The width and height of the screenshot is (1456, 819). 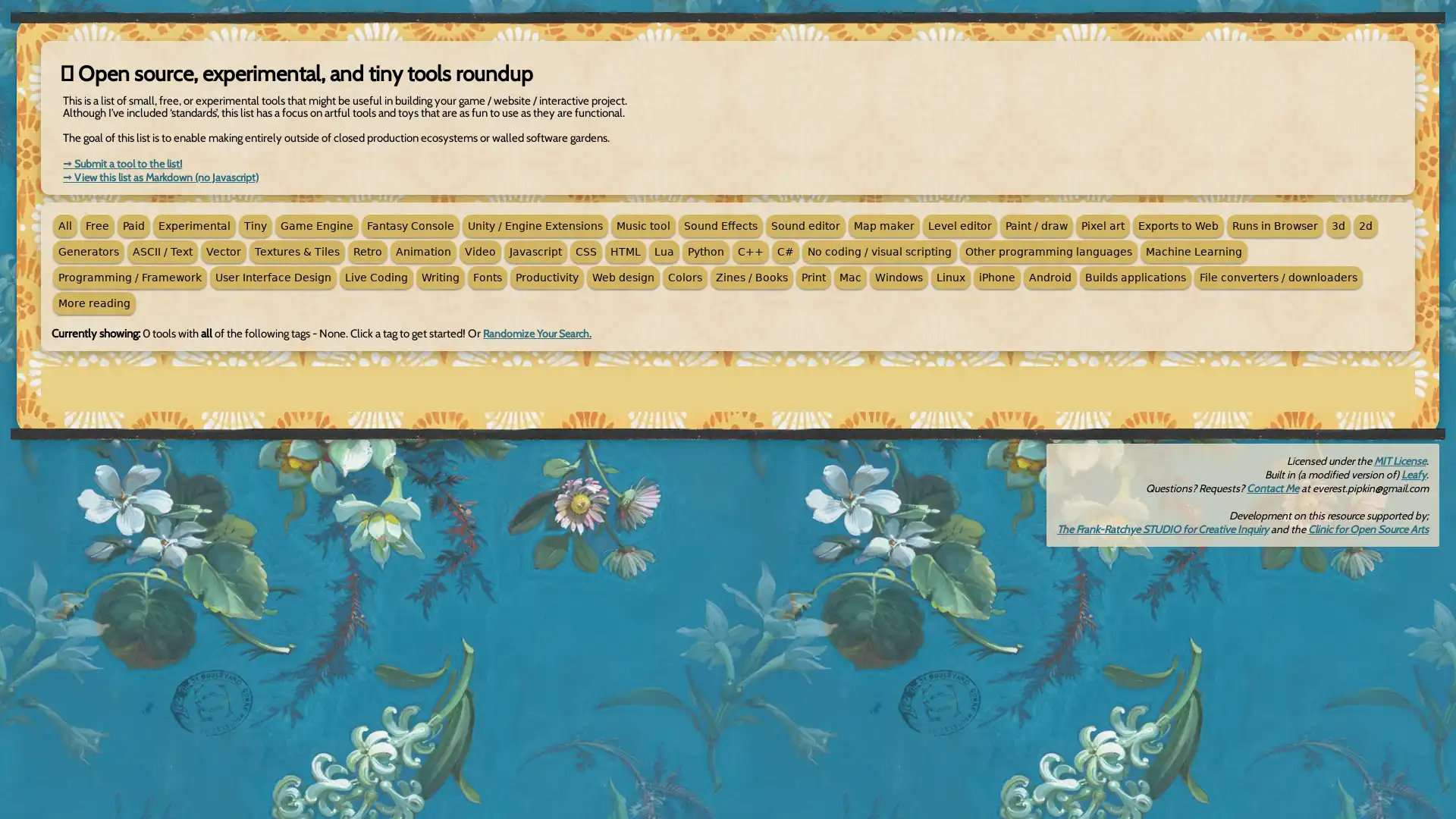 What do you see at coordinates (1047, 250) in the screenshot?
I see `Other programming languages` at bounding box center [1047, 250].